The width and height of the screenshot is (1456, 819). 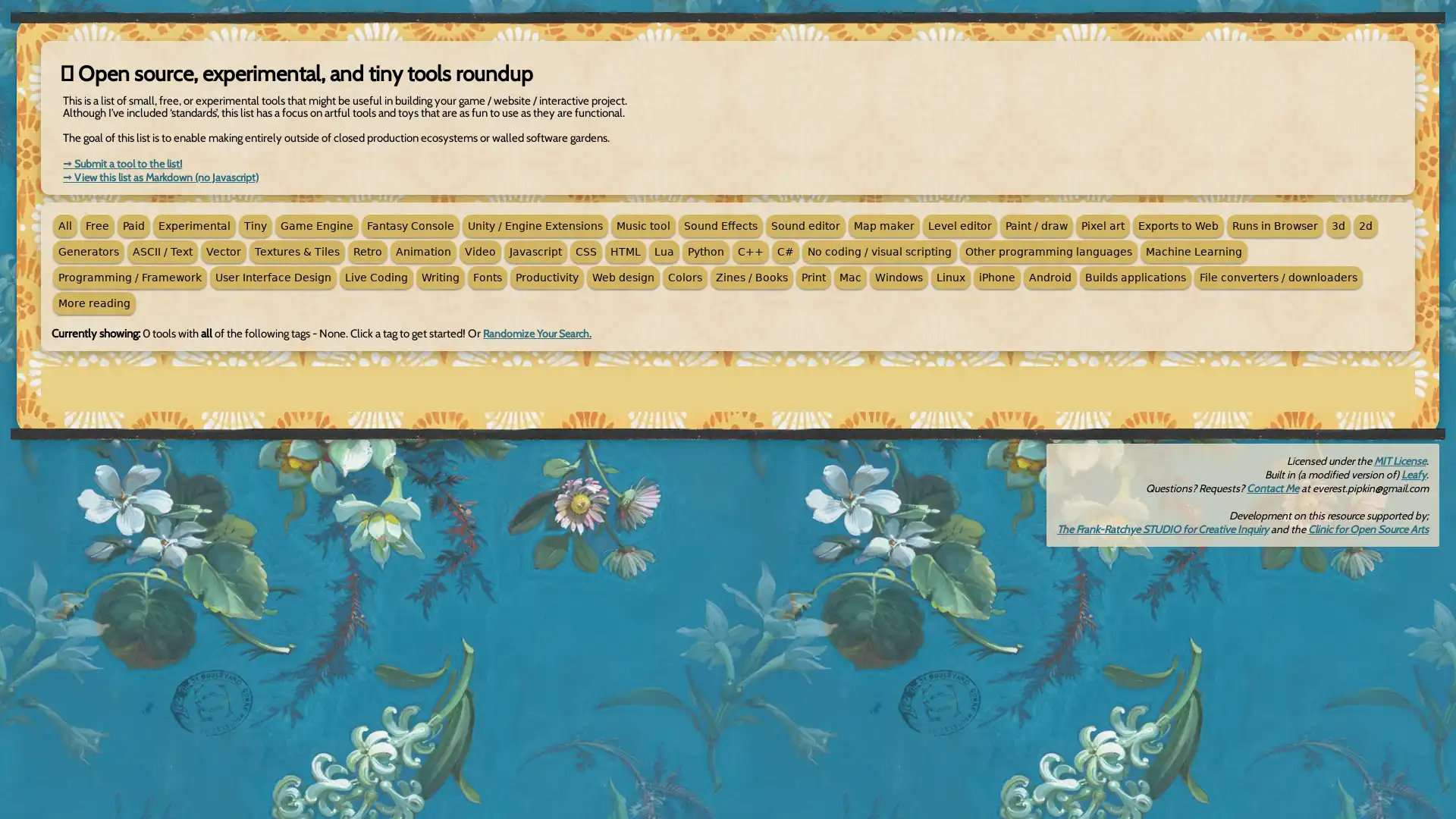 What do you see at coordinates (1047, 250) in the screenshot?
I see `Other programming languages` at bounding box center [1047, 250].